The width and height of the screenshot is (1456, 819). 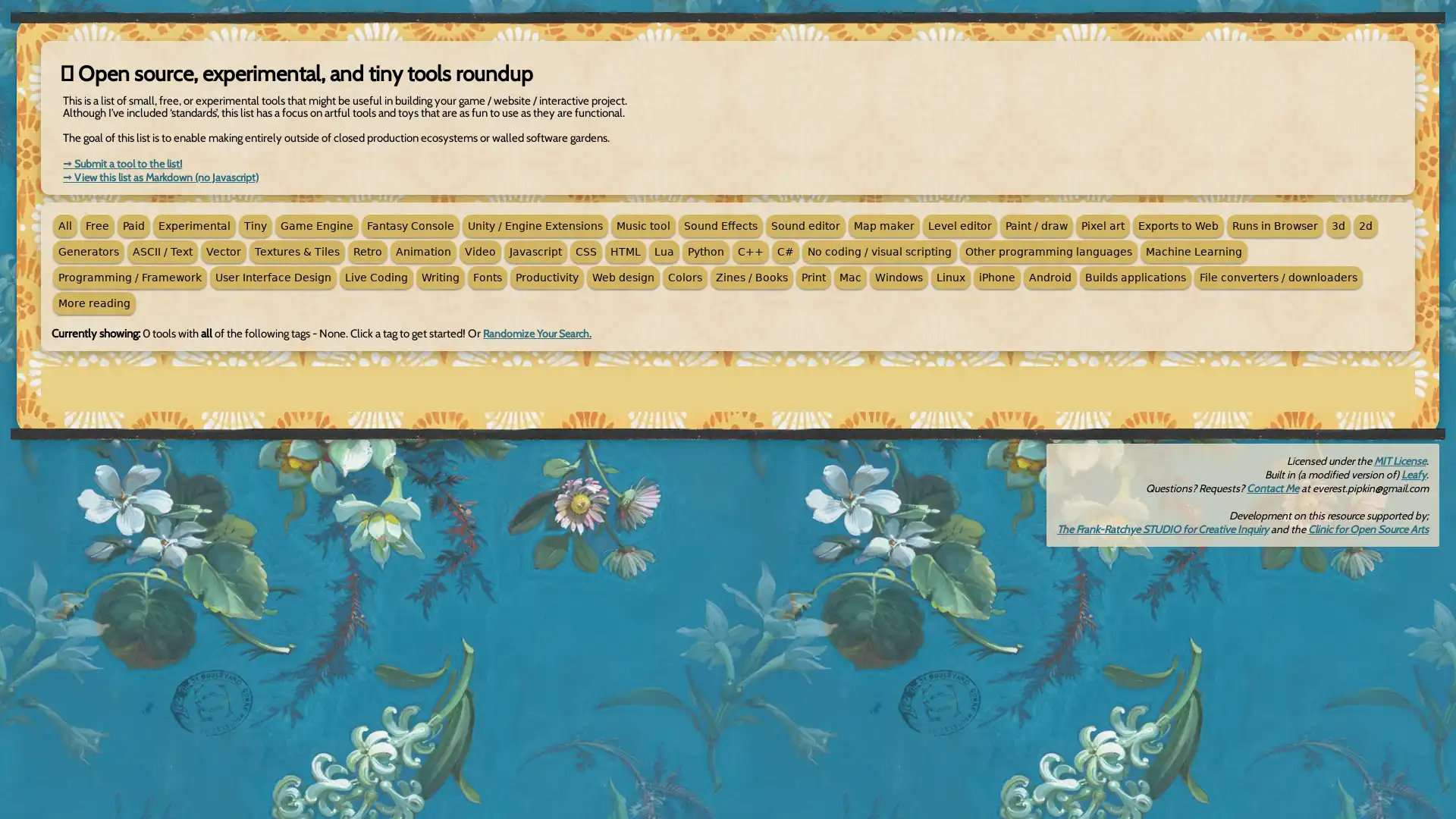 What do you see at coordinates (1047, 250) in the screenshot?
I see `Other programming languages` at bounding box center [1047, 250].